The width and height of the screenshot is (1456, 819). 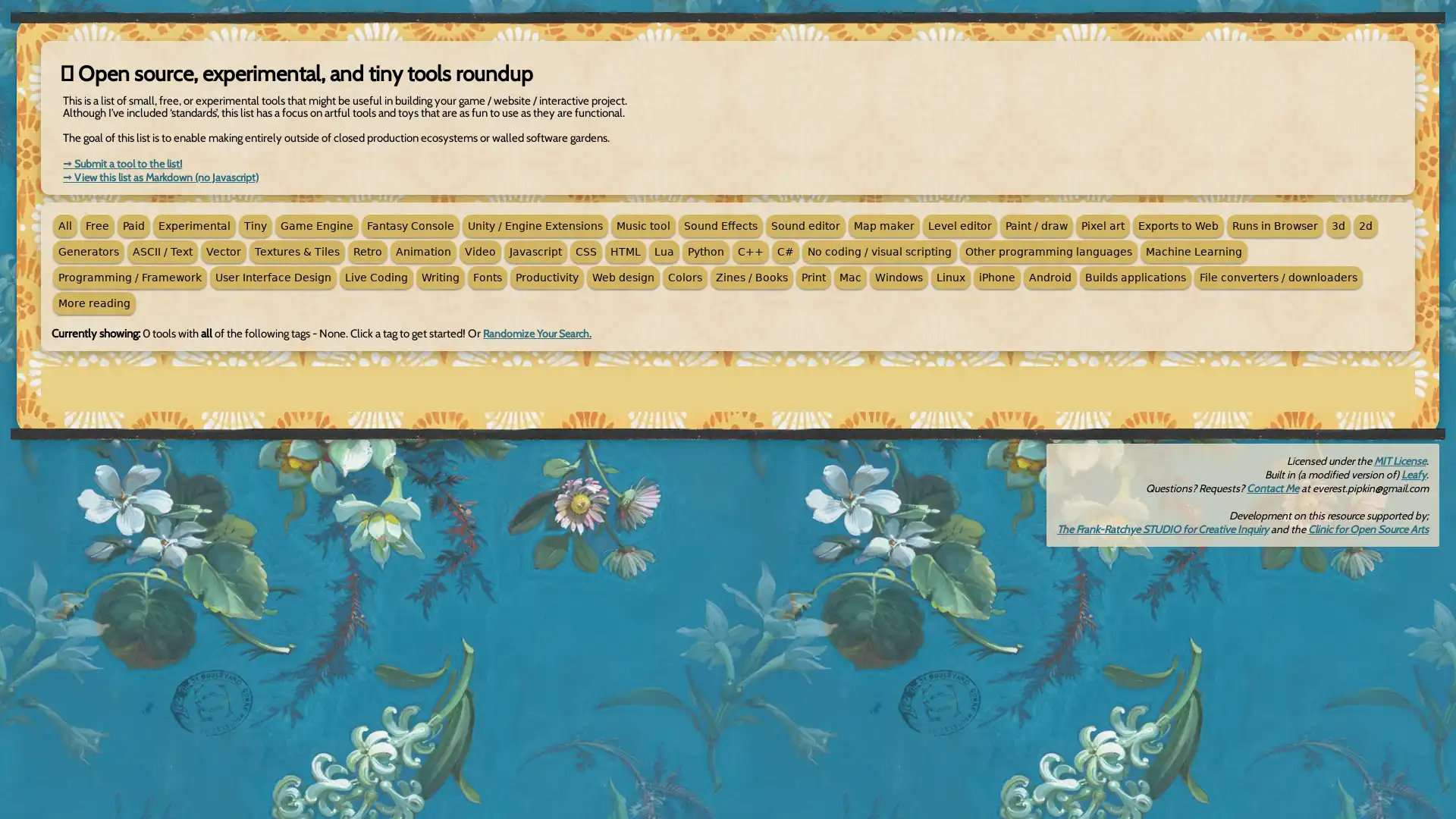 What do you see at coordinates (1047, 250) in the screenshot?
I see `Other programming languages` at bounding box center [1047, 250].